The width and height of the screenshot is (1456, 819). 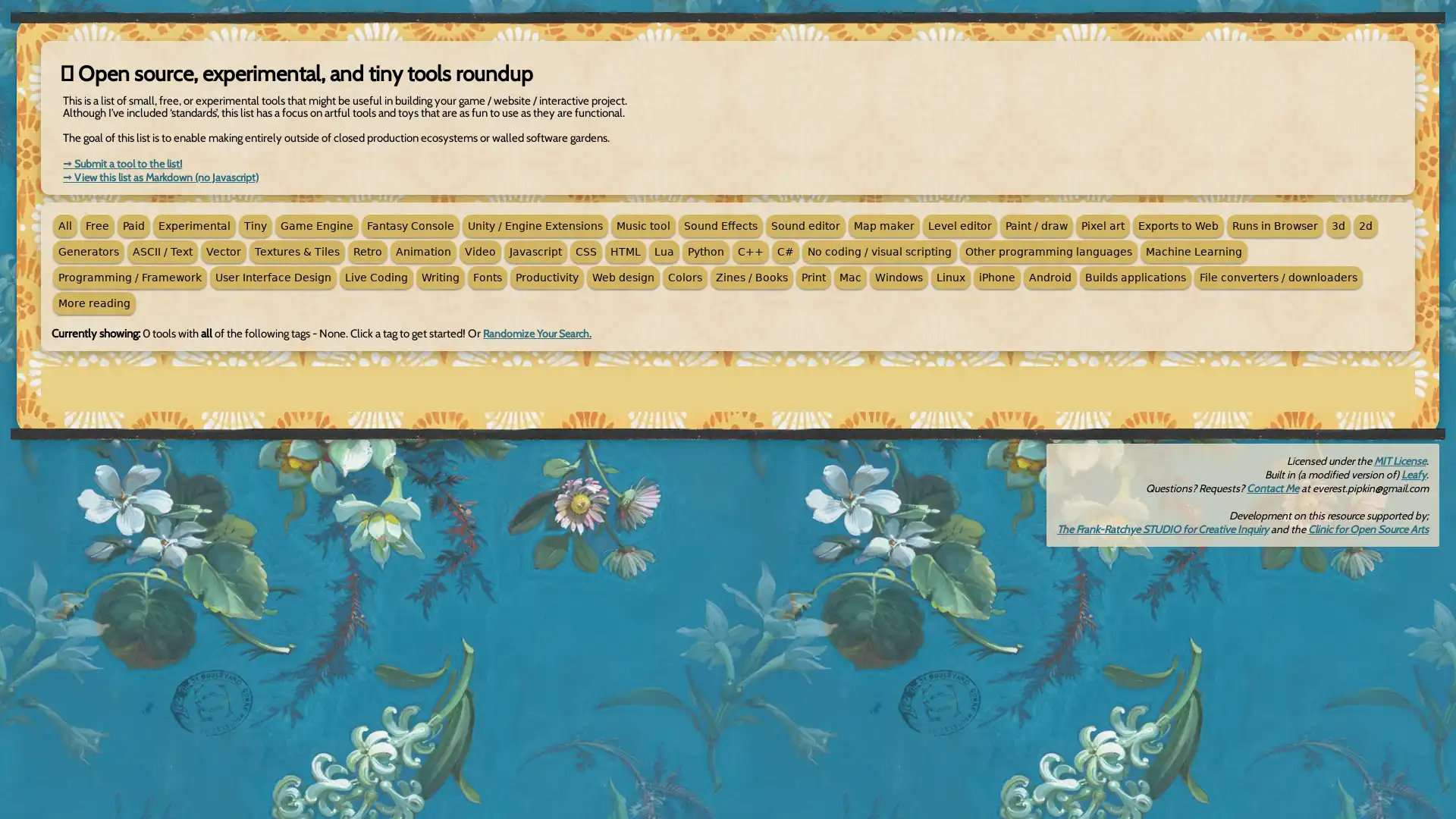 What do you see at coordinates (1047, 250) in the screenshot?
I see `Other programming languages` at bounding box center [1047, 250].